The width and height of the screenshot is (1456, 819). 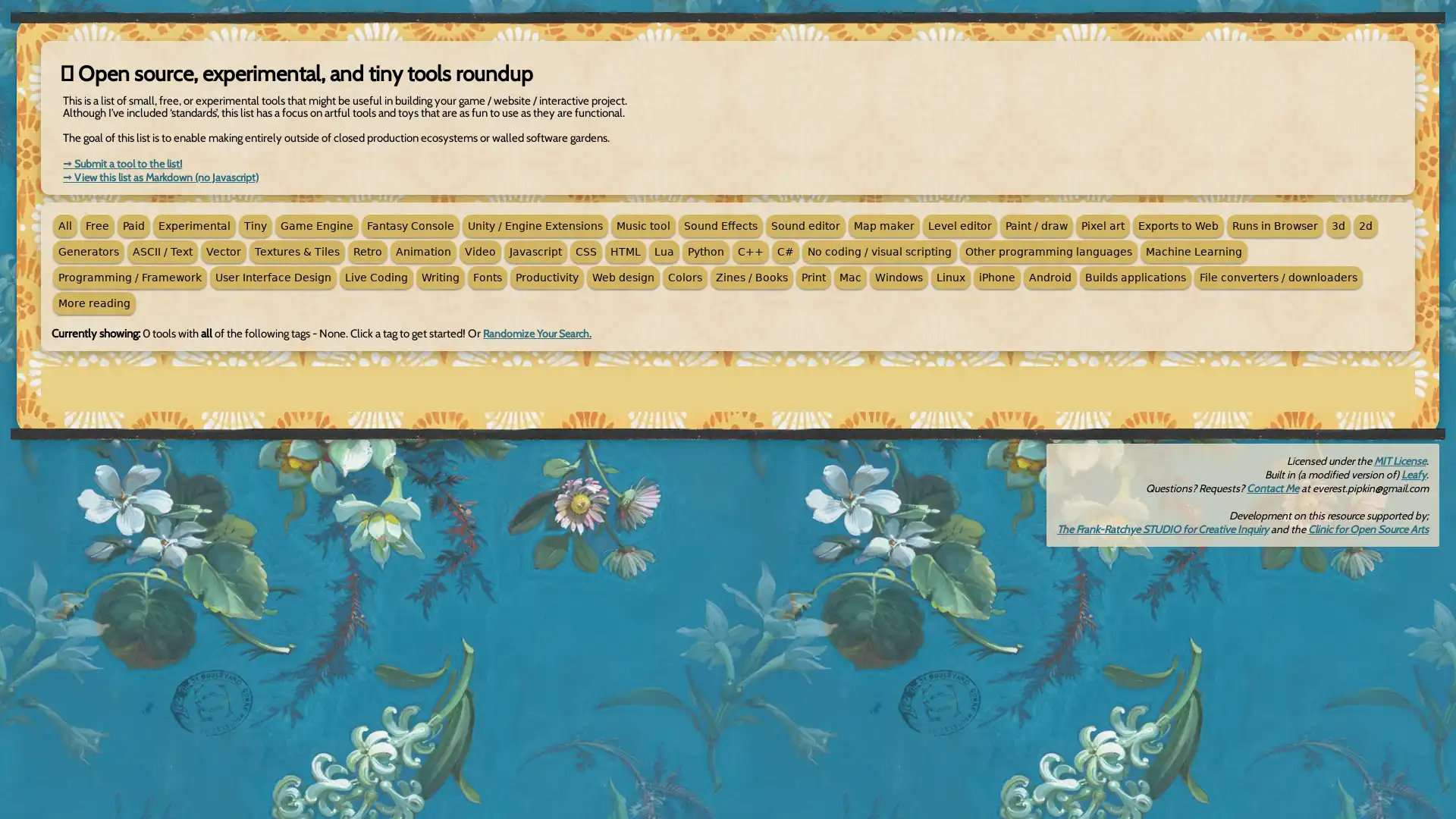 What do you see at coordinates (1047, 250) in the screenshot?
I see `Other programming languages` at bounding box center [1047, 250].